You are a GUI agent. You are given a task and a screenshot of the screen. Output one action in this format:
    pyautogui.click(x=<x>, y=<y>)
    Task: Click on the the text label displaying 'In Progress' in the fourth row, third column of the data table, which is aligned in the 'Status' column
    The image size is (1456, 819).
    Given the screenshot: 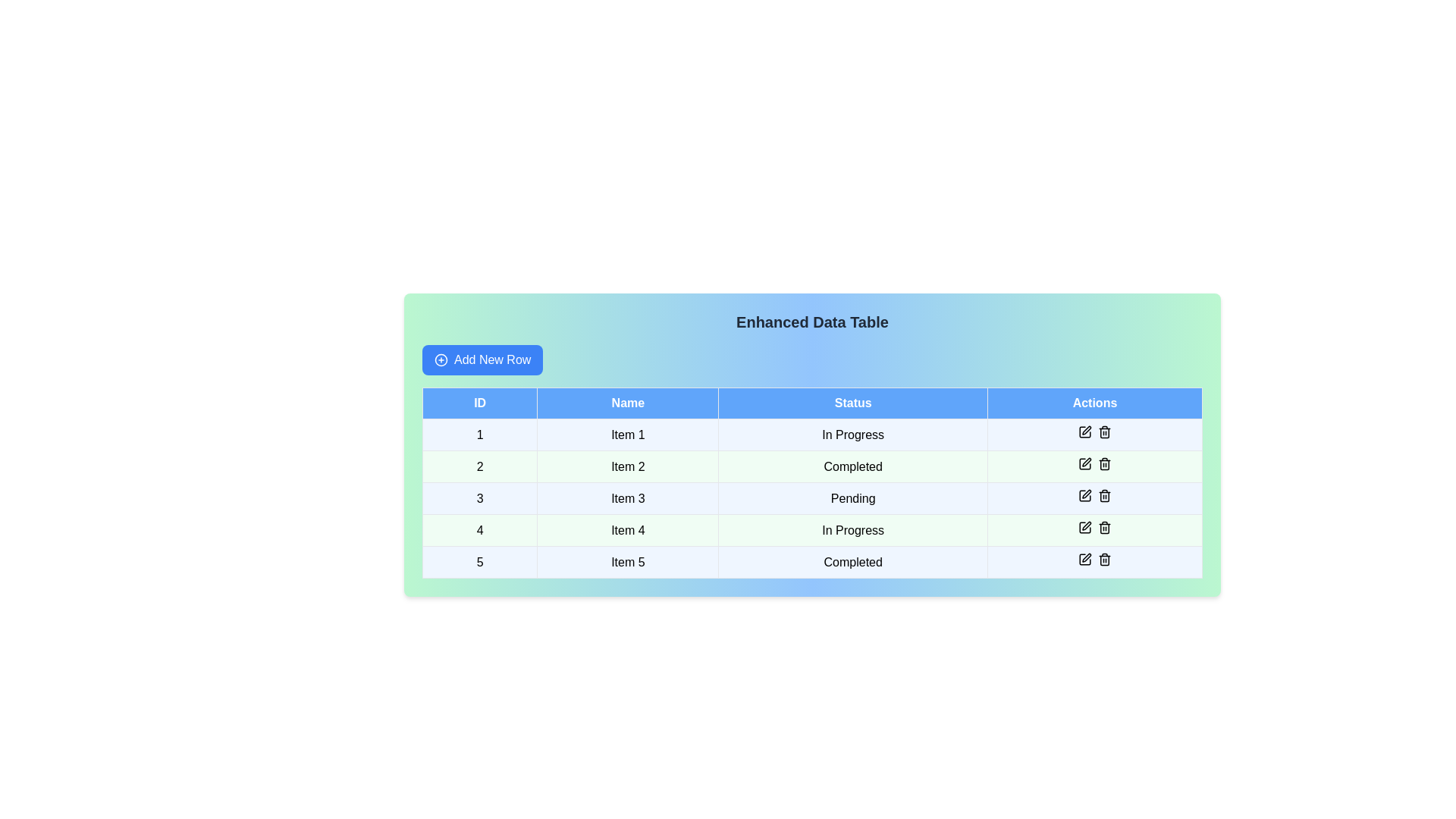 What is the action you would take?
    pyautogui.click(x=853, y=529)
    